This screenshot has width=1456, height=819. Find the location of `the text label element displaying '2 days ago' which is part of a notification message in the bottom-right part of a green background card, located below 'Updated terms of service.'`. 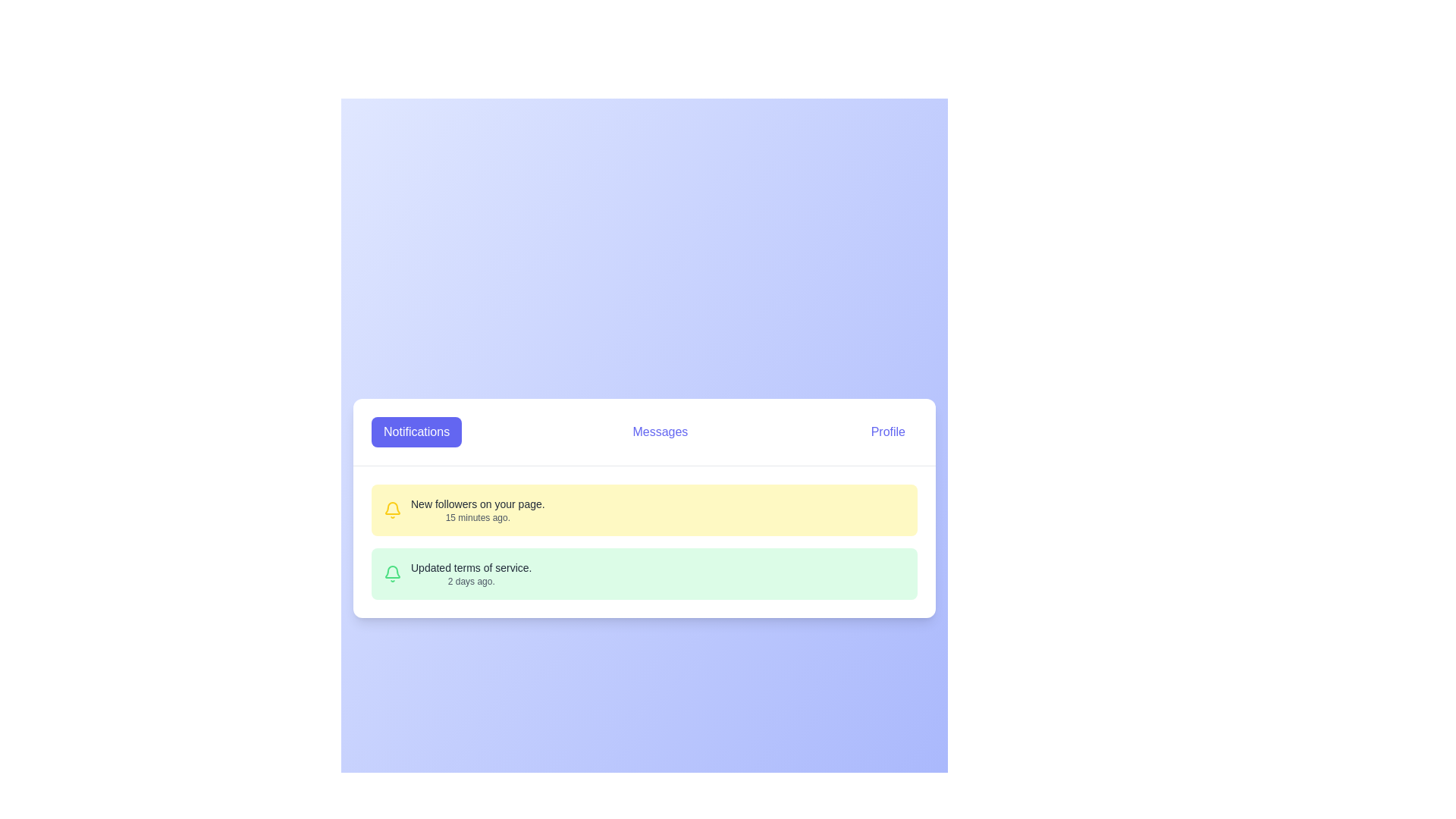

the text label element displaying '2 days ago' which is part of a notification message in the bottom-right part of a green background card, located below 'Updated terms of service.' is located at coordinates (470, 580).